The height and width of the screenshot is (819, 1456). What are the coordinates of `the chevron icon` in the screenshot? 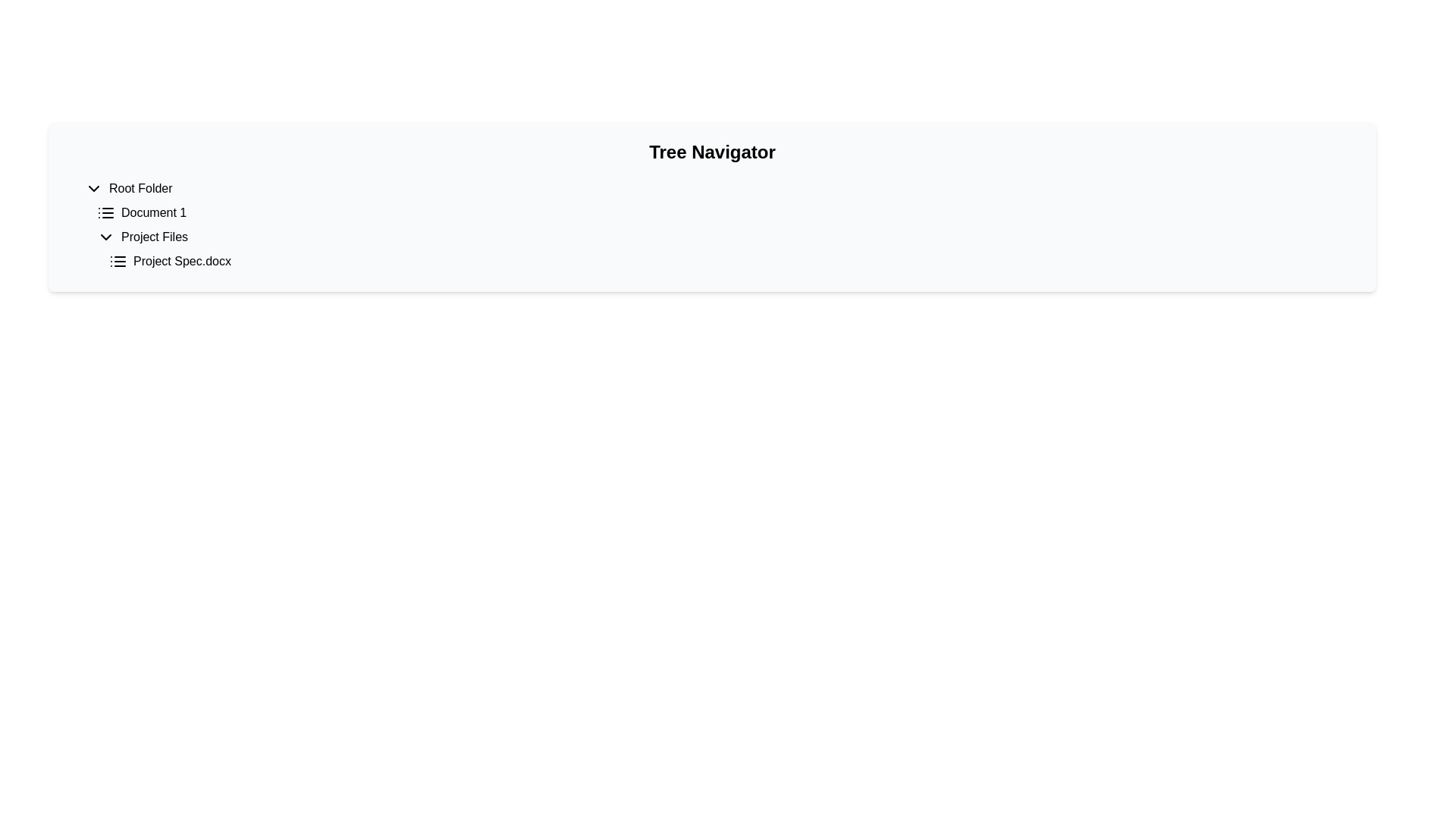 It's located at (93, 188).